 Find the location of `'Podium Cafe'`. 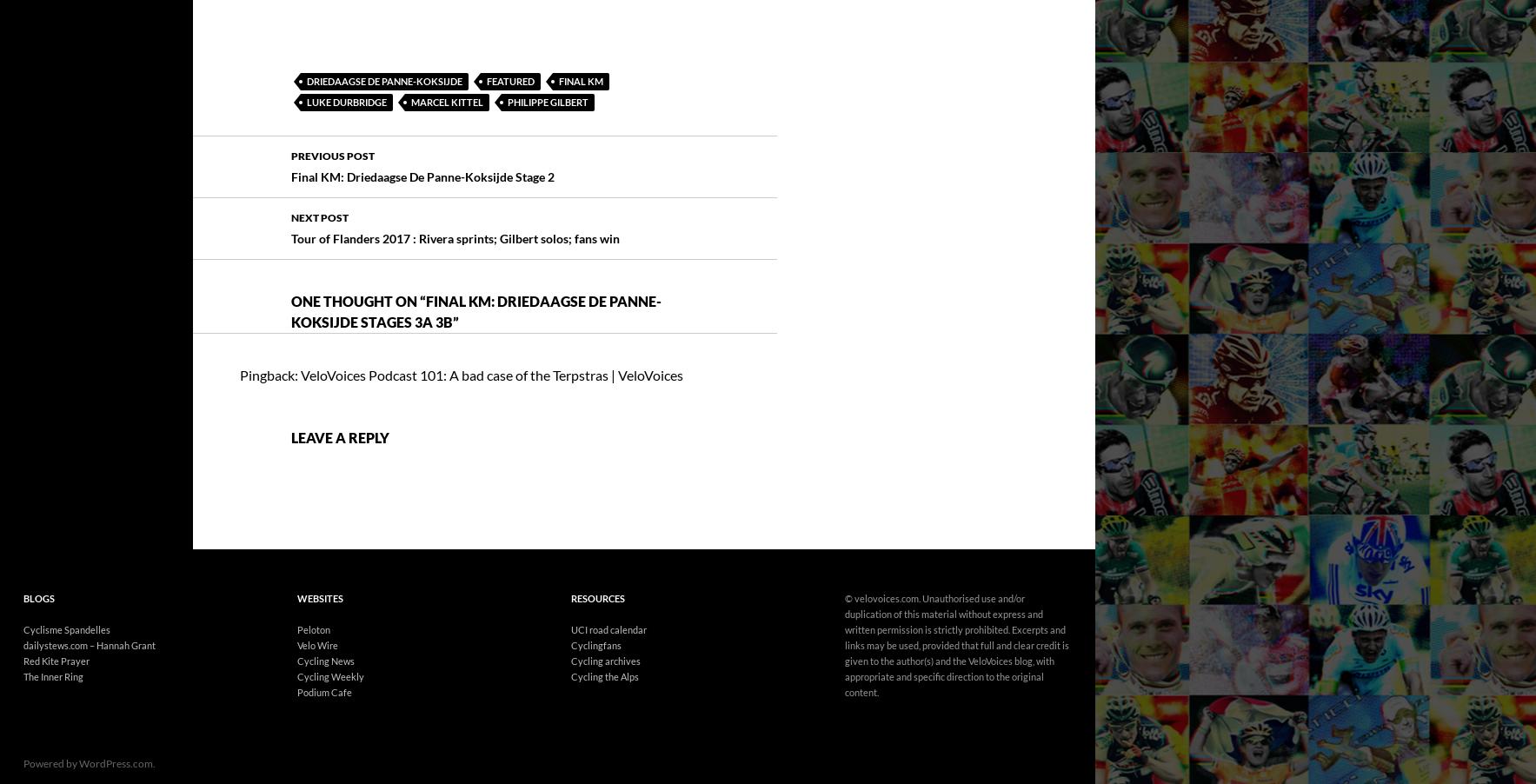

'Podium Cafe' is located at coordinates (296, 643).